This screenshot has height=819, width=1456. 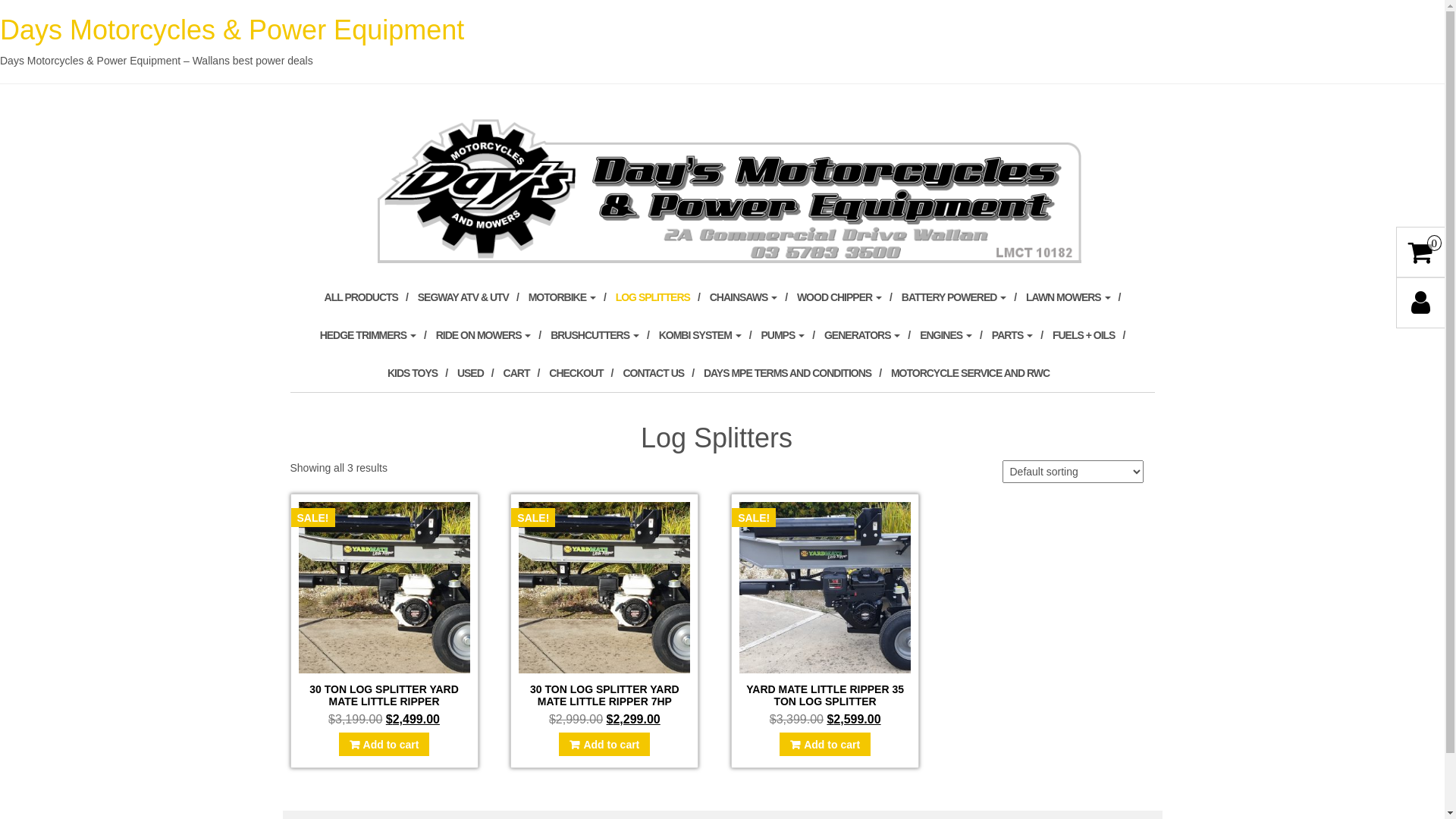 I want to click on 'ENGINES', so click(x=949, y=334).